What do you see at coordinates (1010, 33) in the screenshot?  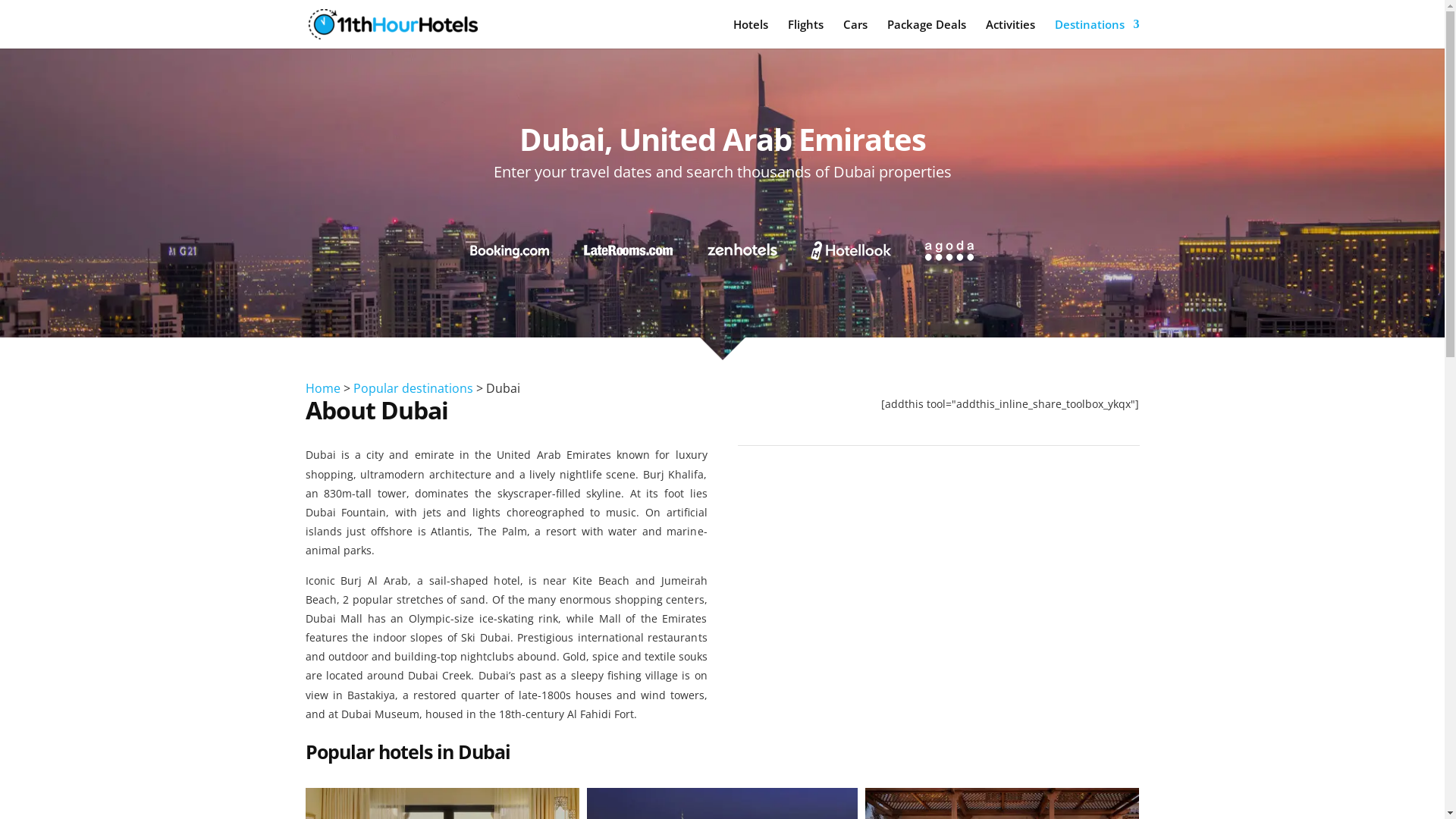 I see `'Activities'` at bounding box center [1010, 33].